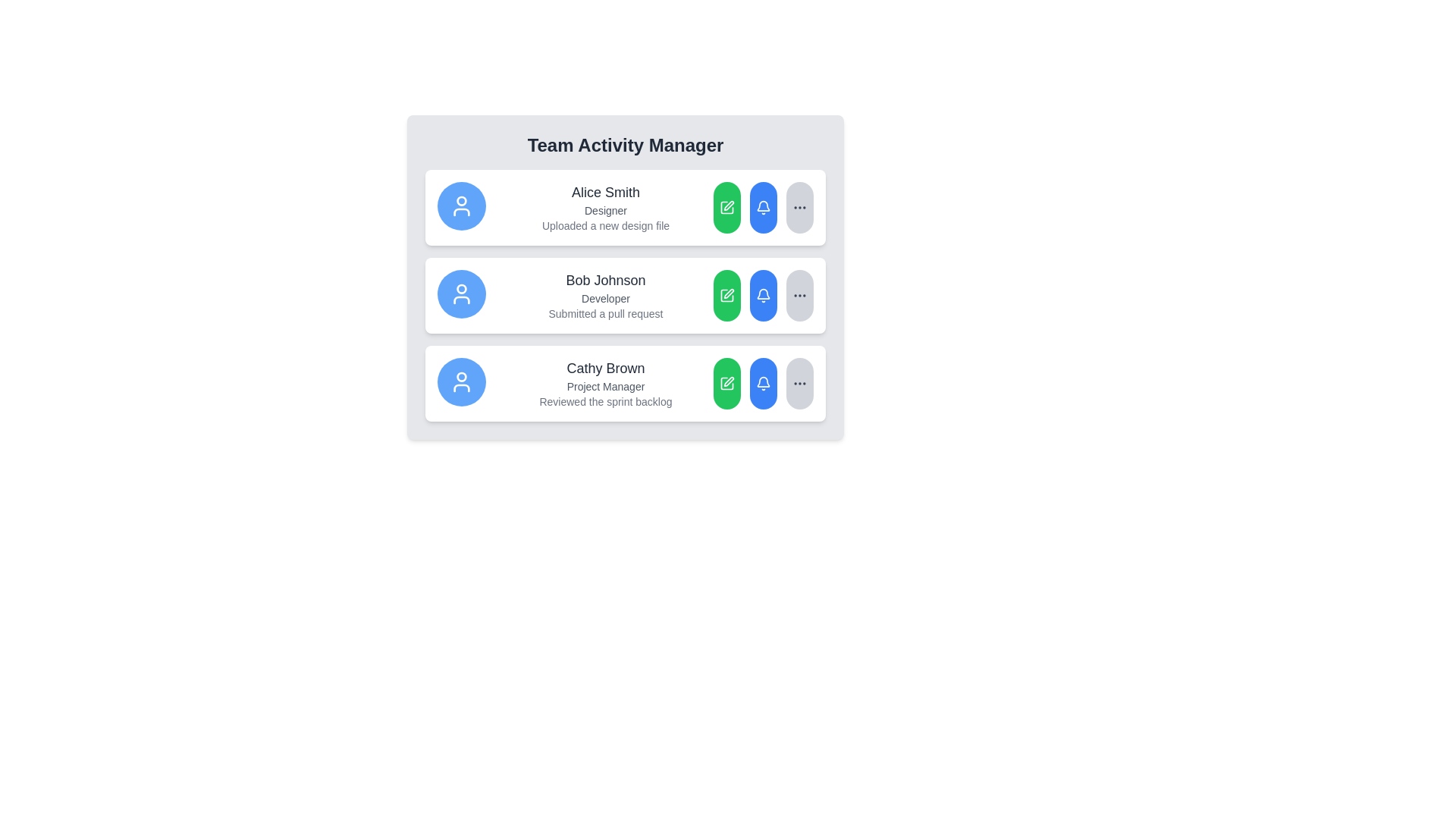  What do you see at coordinates (604, 298) in the screenshot?
I see `the static text label displaying 'Developer', which is located below the name 'Bob Johnson' within the activity card` at bounding box center [604, 298].